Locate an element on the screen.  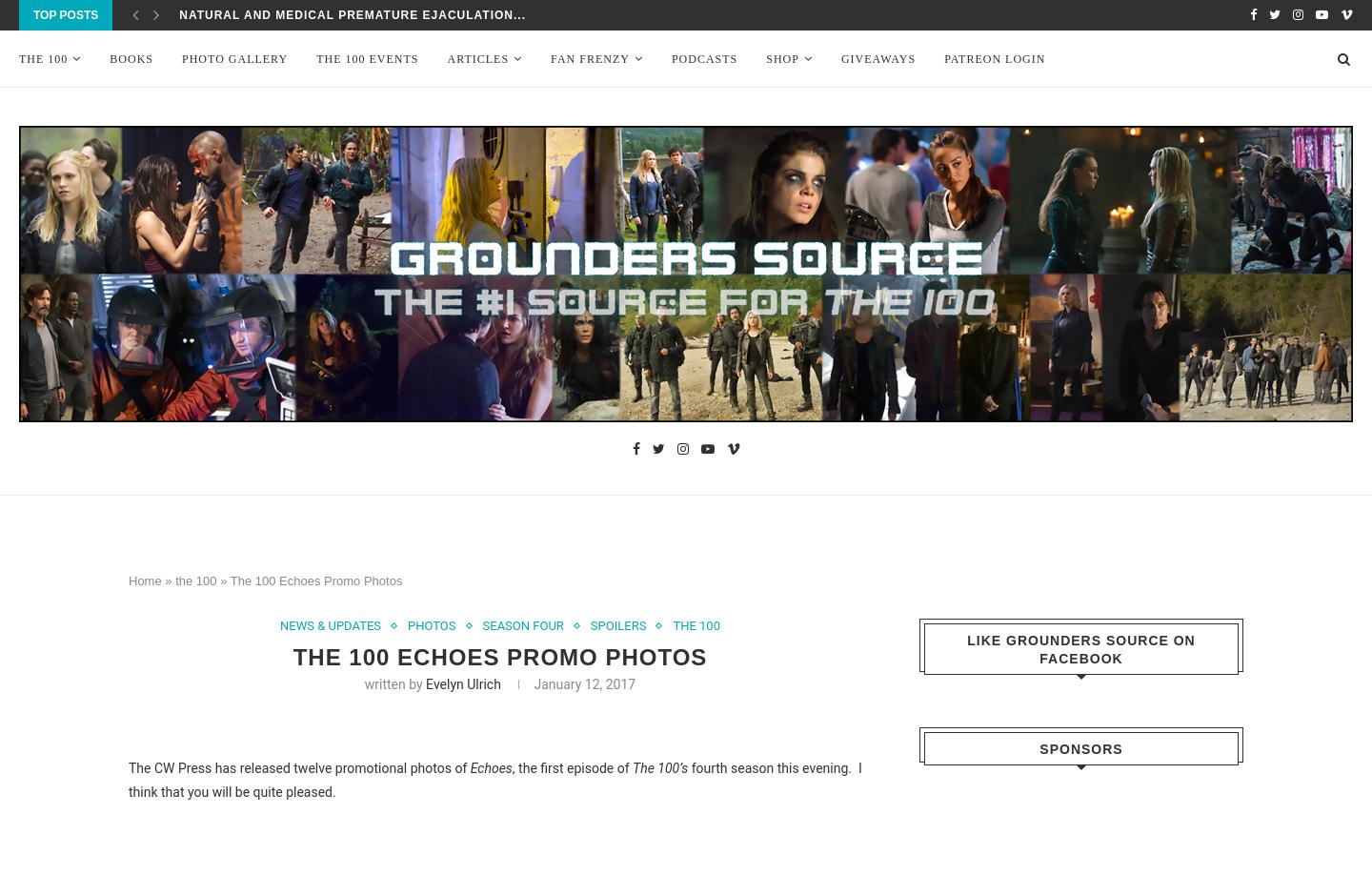
'Books' is located at coordinates (130, 59).